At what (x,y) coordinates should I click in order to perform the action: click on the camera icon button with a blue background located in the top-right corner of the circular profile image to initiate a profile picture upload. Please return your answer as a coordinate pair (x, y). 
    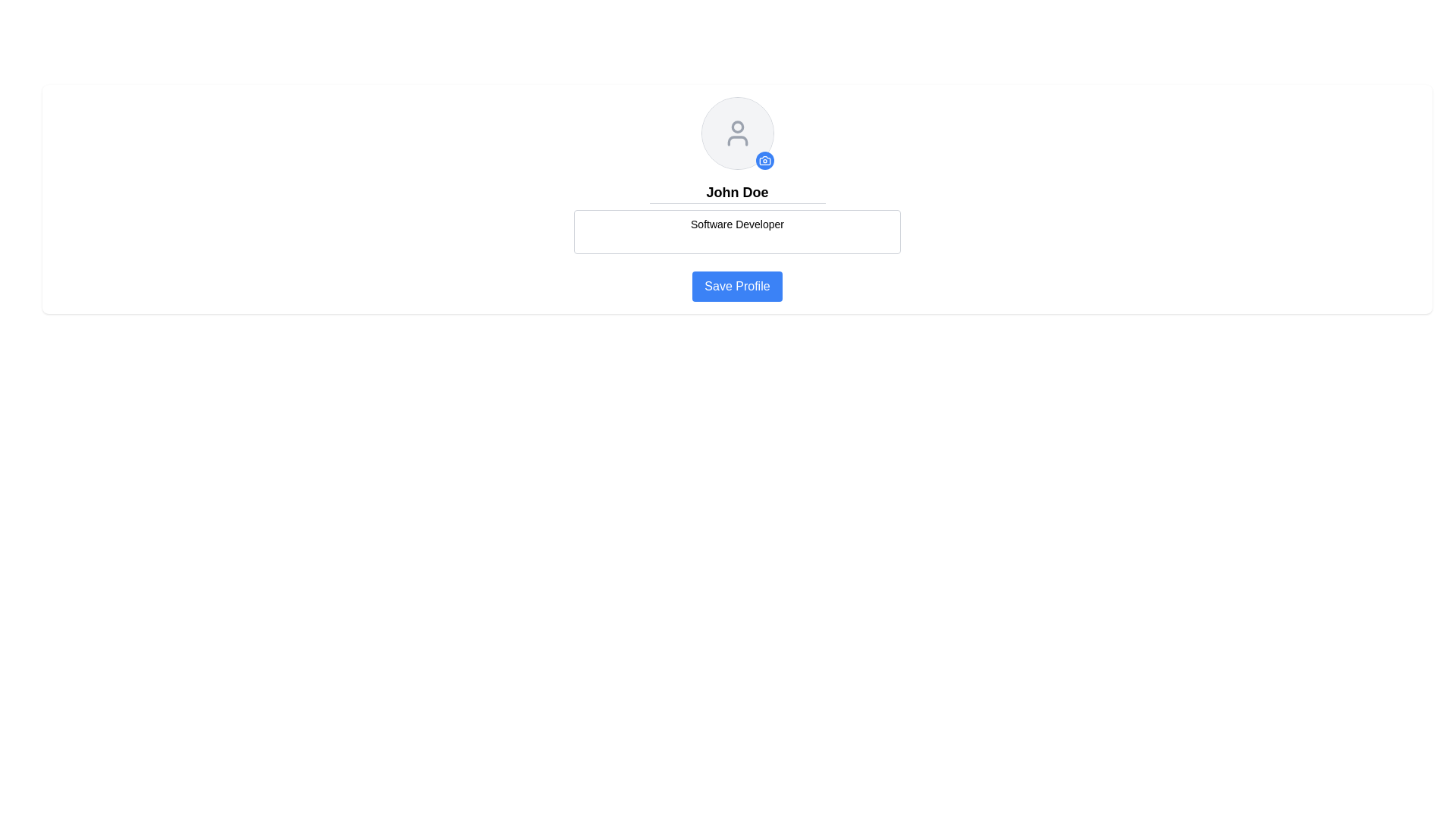
    Looking at the image, I should click on (764, 161).